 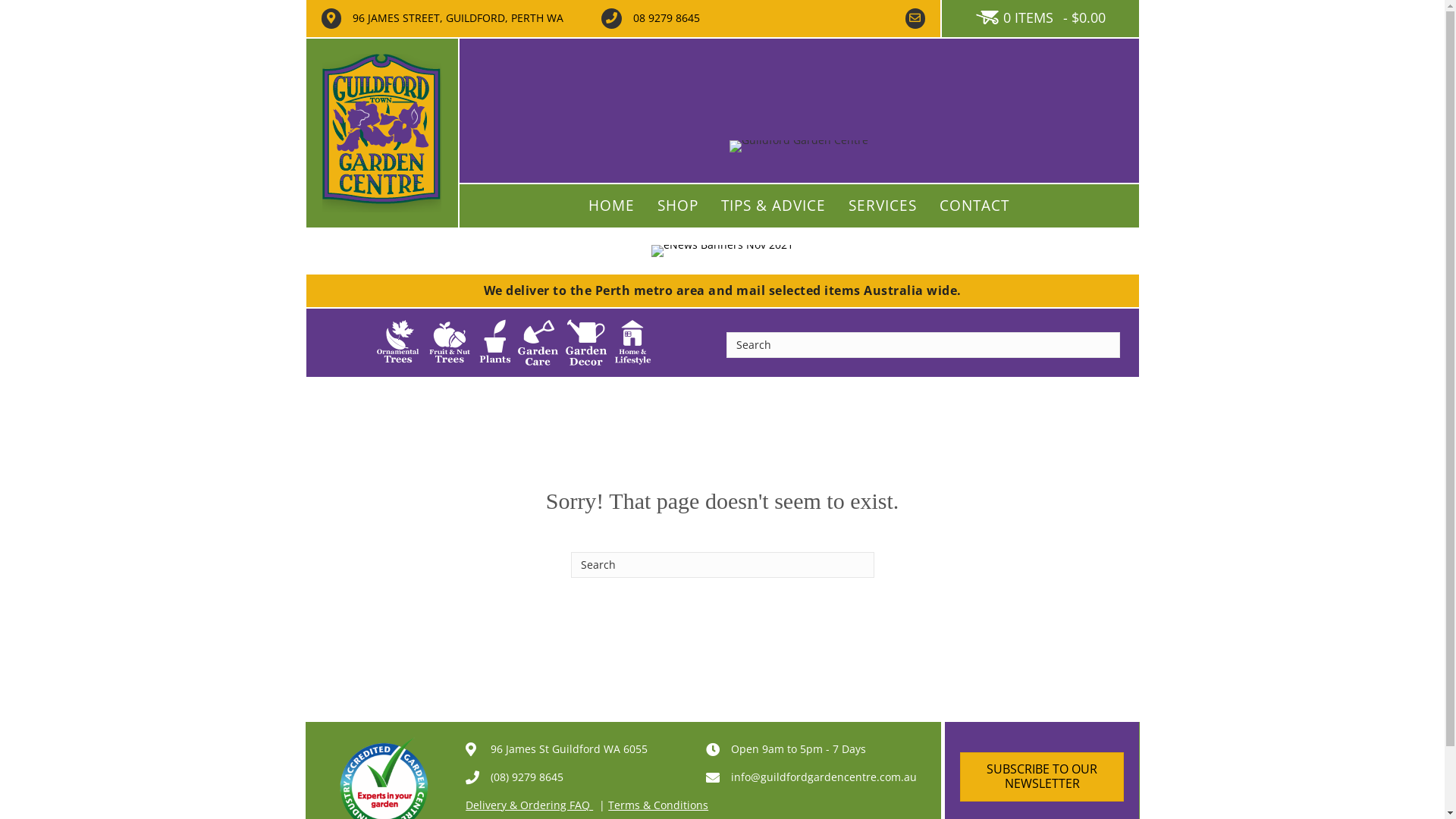 What do you see at coordinates (709, 206) in the screenshot?
I see `'TIPS & ADVICE'` at bounding box center [709, 206].